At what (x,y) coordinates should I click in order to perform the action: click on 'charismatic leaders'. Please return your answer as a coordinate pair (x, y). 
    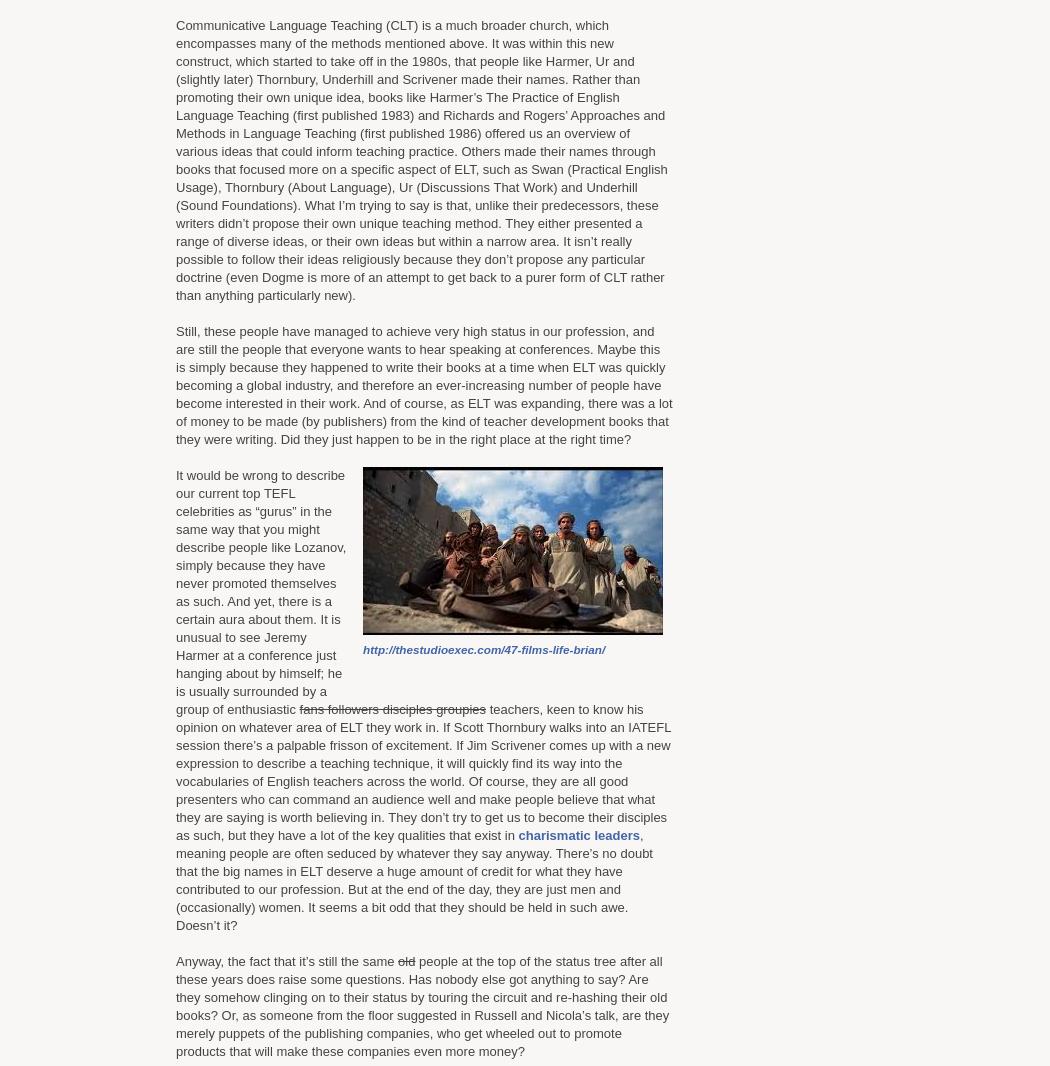
    Looking at the image, I should click on (577, 835).